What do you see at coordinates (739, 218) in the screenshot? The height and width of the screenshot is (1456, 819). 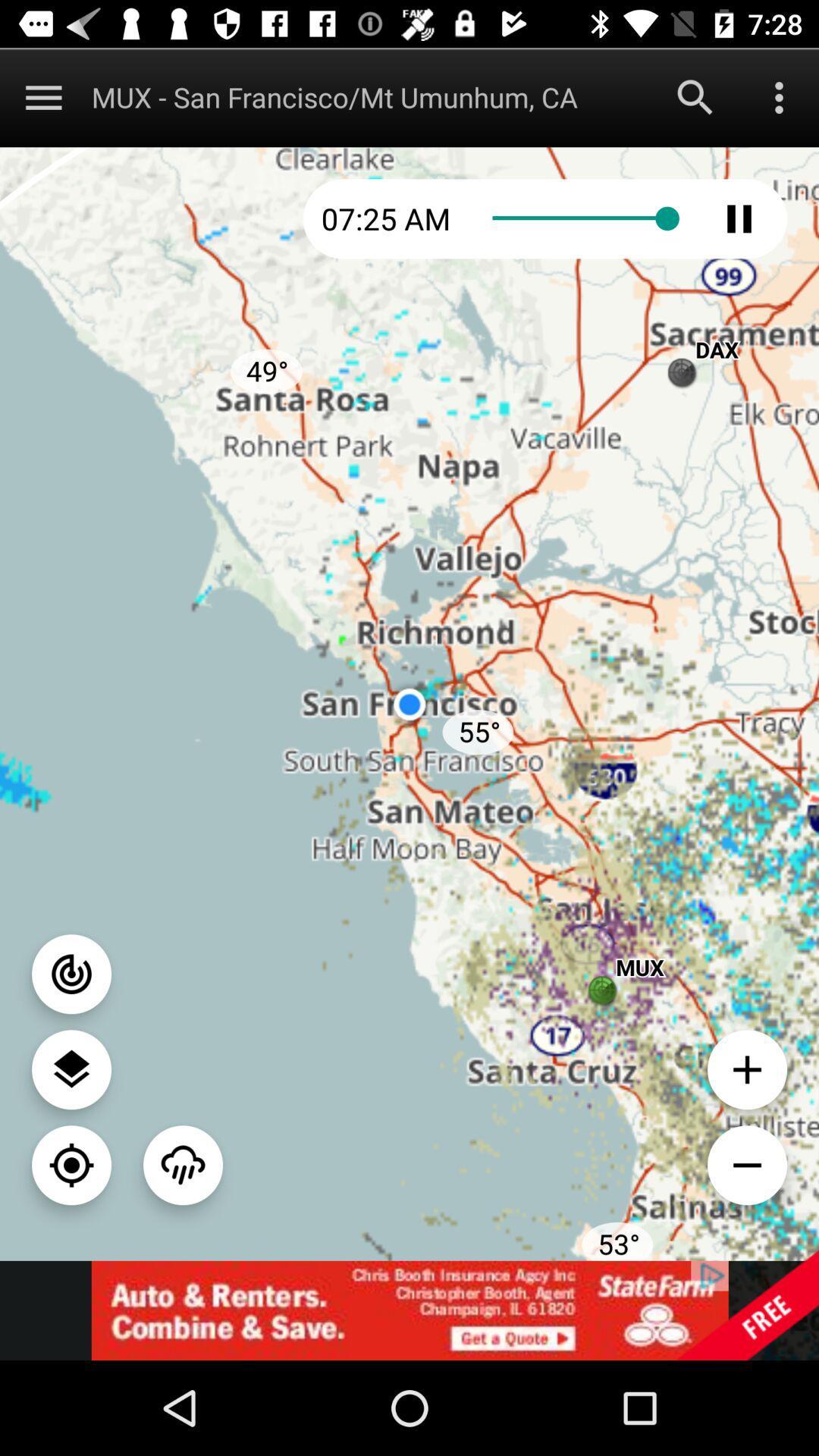 I see `click pause option` at bounding box center [739, 218].